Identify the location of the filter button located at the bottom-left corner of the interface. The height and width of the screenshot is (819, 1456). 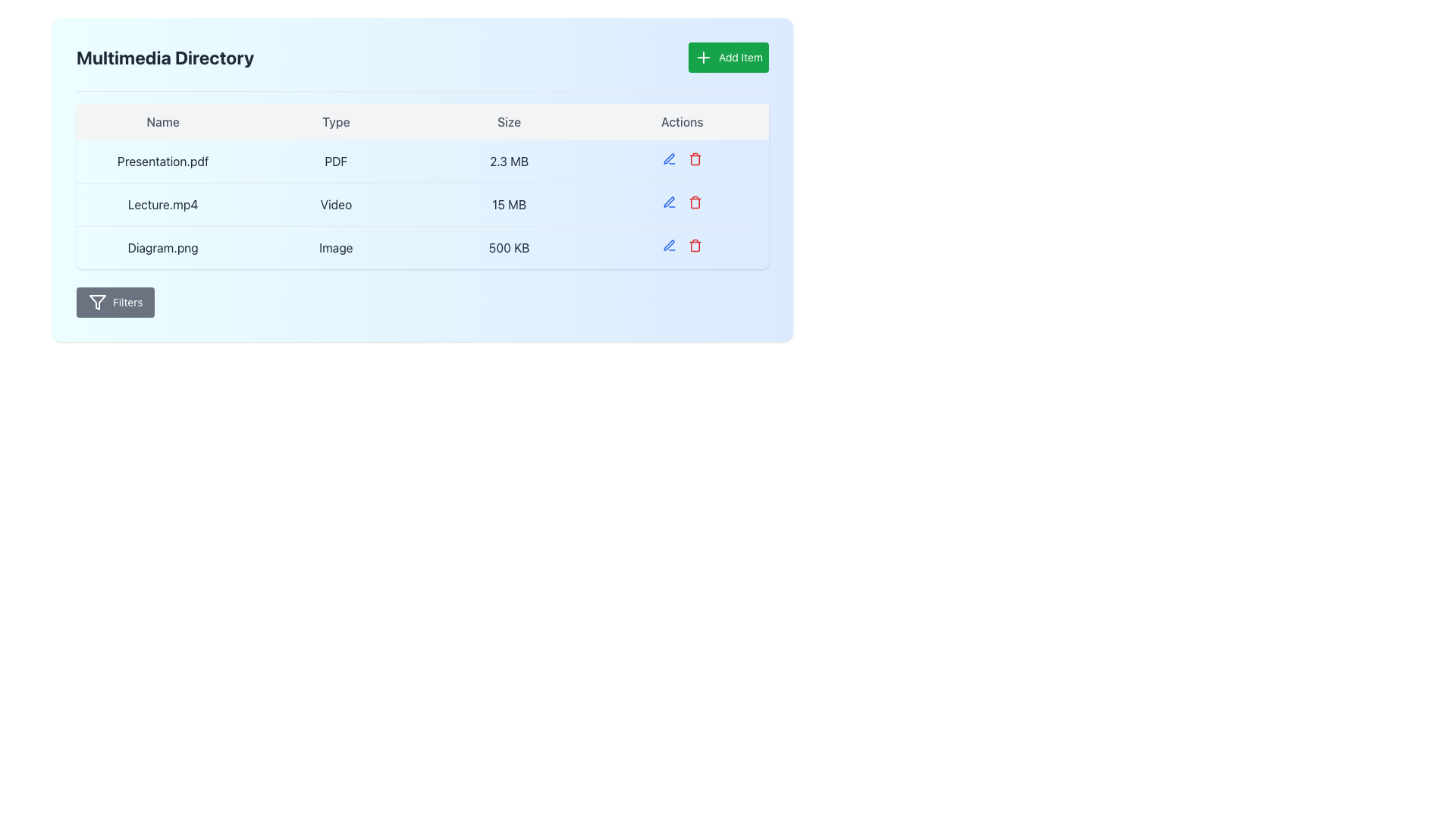
(115, 302).